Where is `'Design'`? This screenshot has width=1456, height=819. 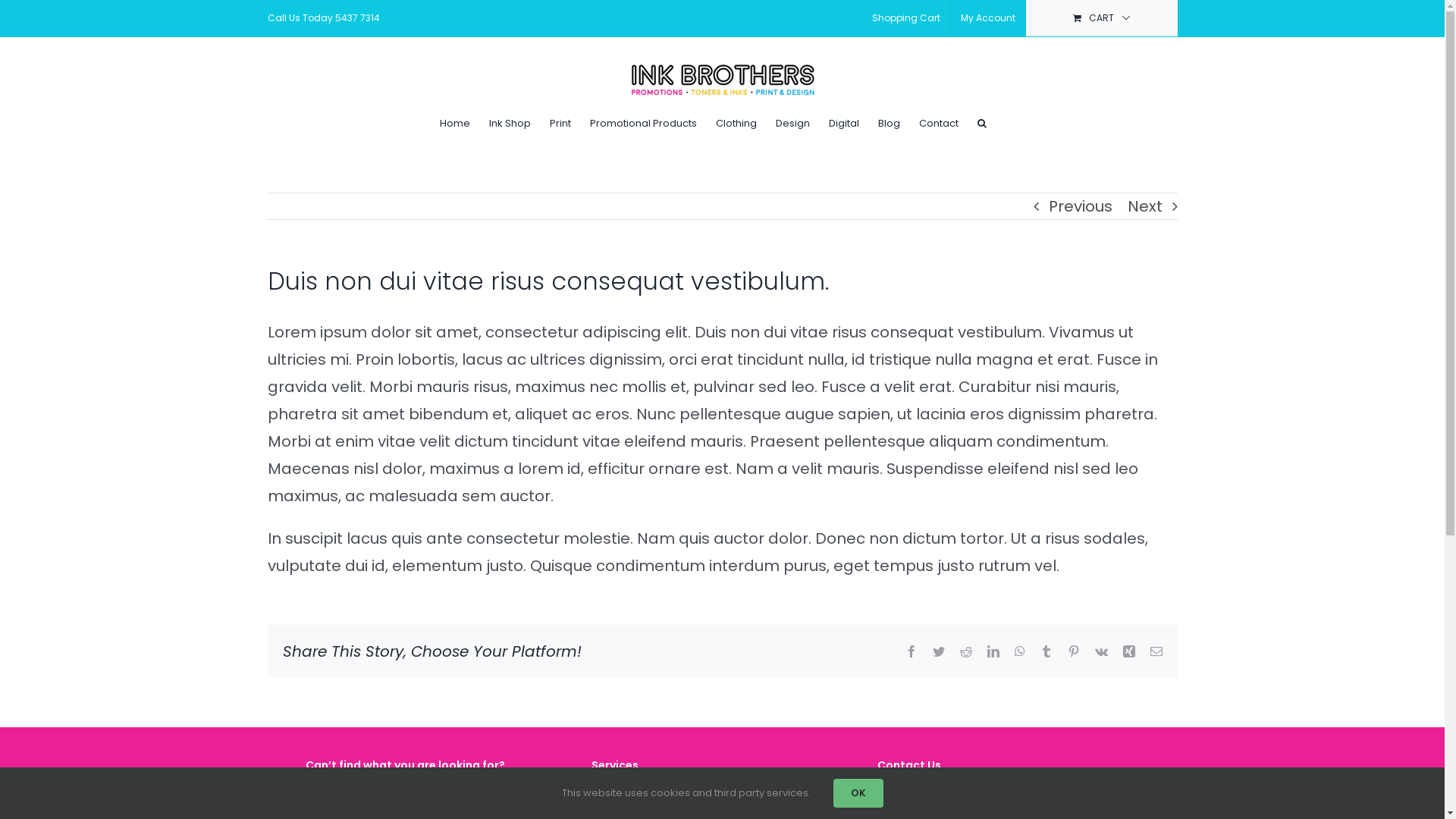
'Design' is located at coordinates (791, 122).